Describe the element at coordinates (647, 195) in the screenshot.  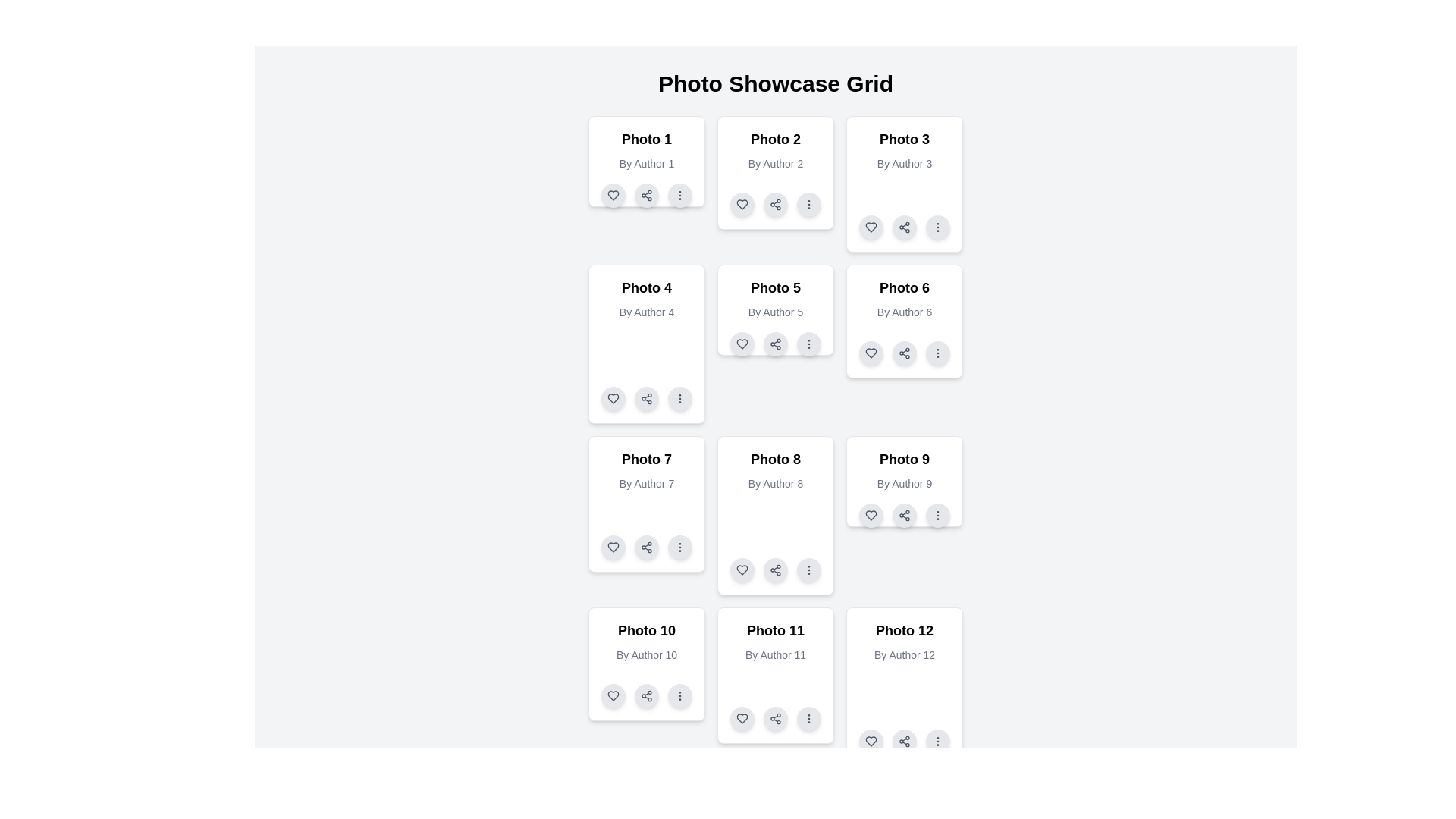
I see `the third interactive icon located at the bottom of the card labeled 'Photo 1 By Author 1'` at that location.